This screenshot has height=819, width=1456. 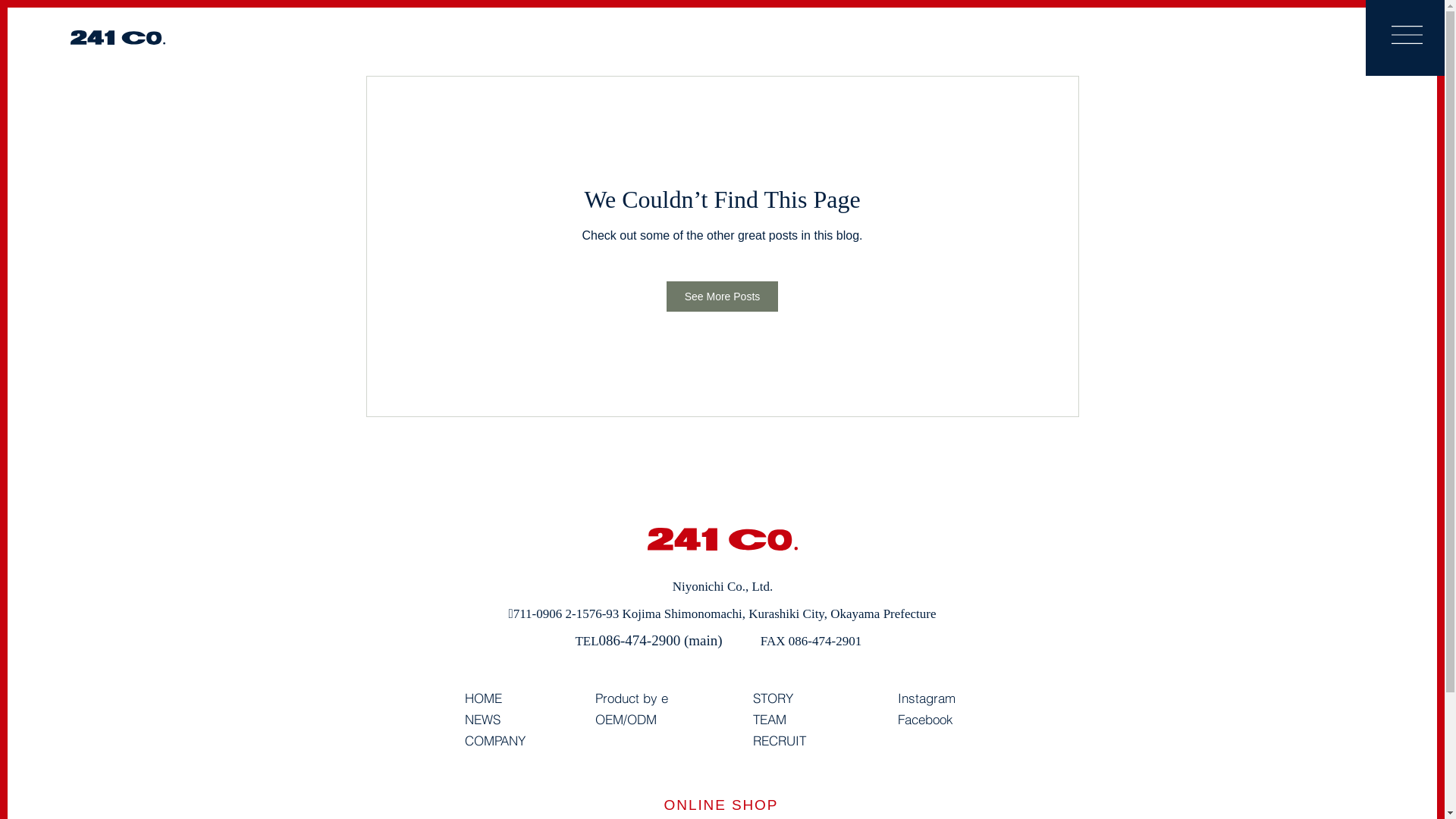 What do you see at coordinates (924, 719) in the screenshot?
I see `'Facebook'` at bounding box center [924, 719].